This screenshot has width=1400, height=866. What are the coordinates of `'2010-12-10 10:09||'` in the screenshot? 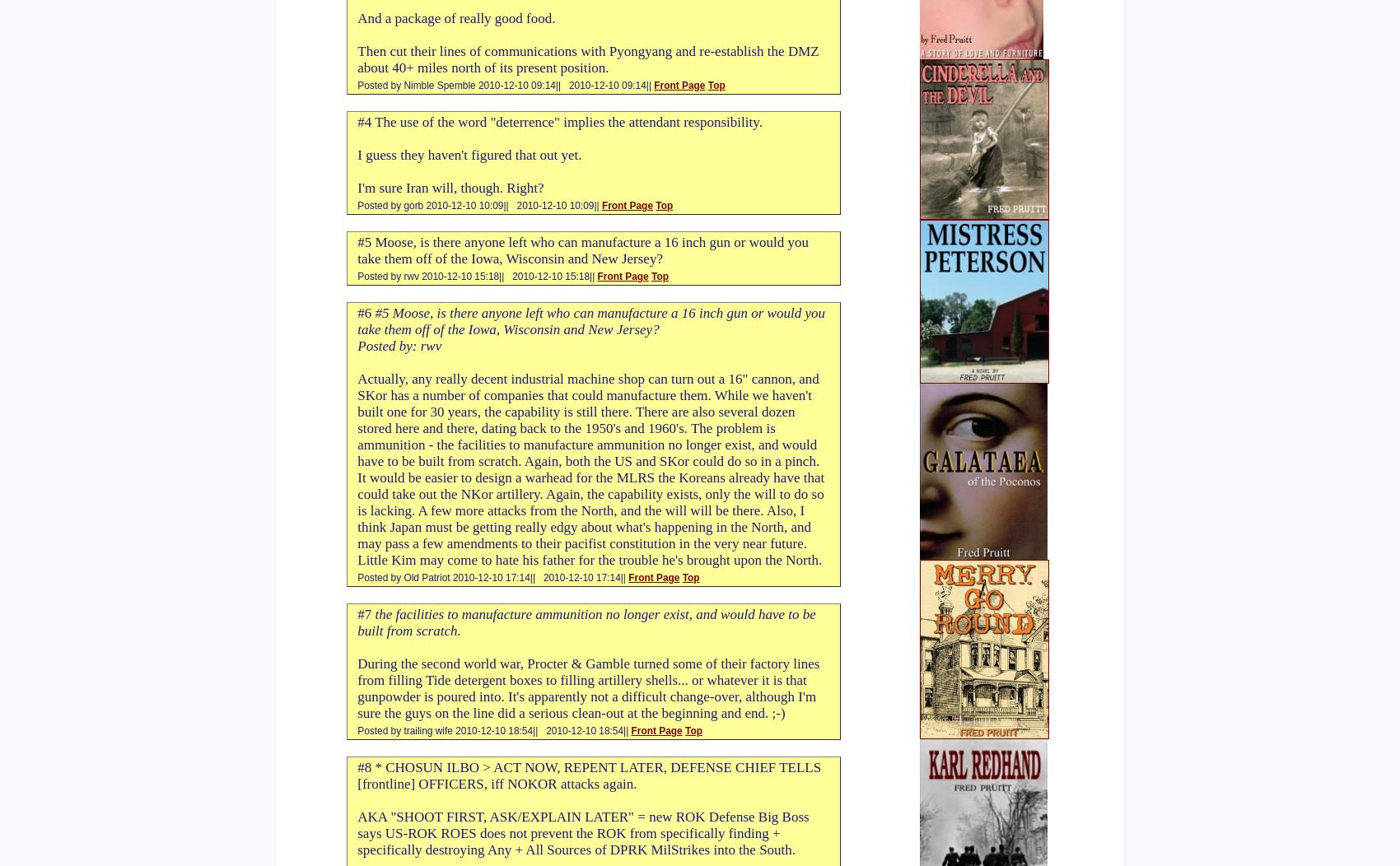 It's located at (556, 204).